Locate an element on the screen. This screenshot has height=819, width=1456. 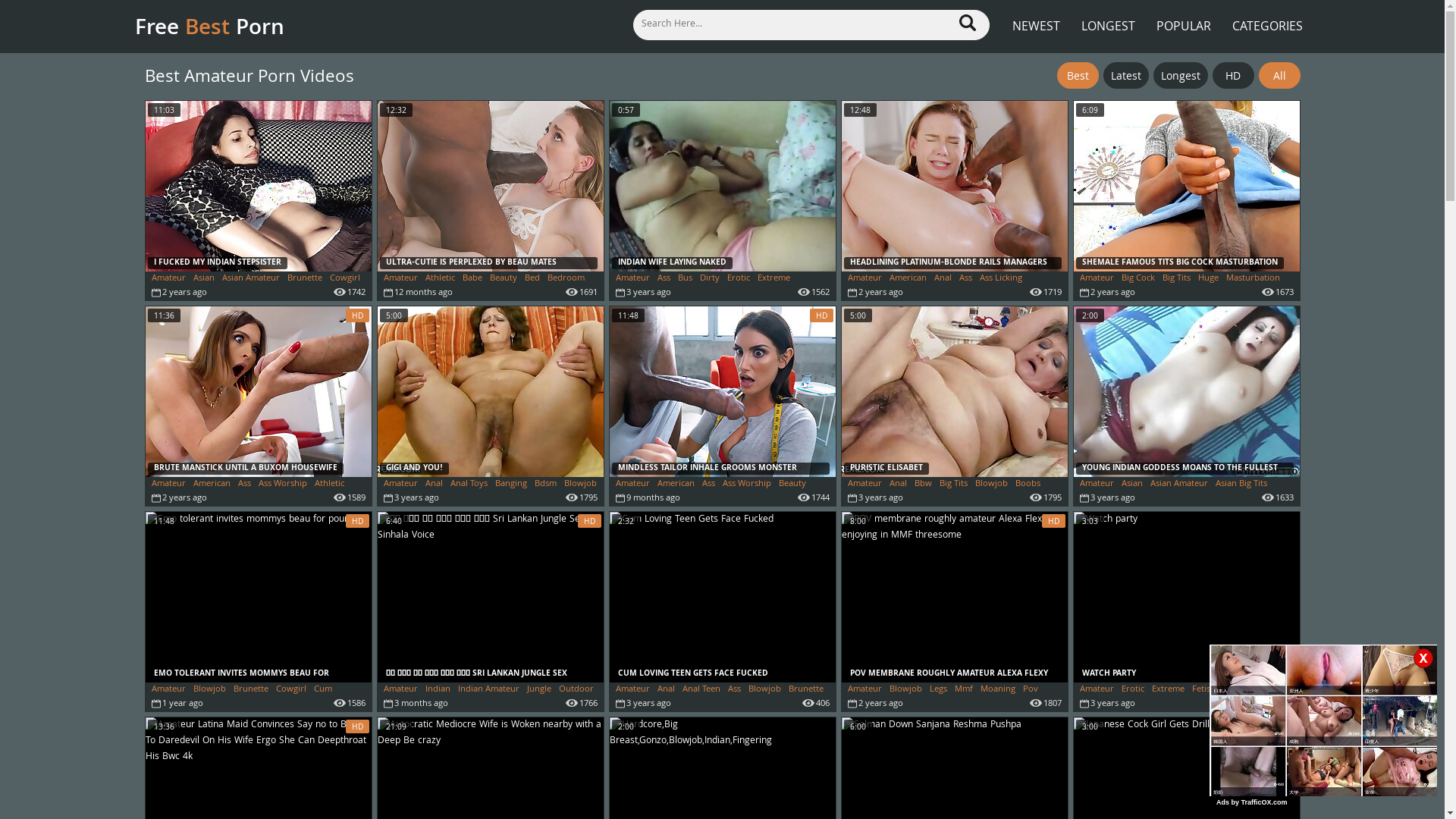
'Asian' is located at coordinates (202, 278).